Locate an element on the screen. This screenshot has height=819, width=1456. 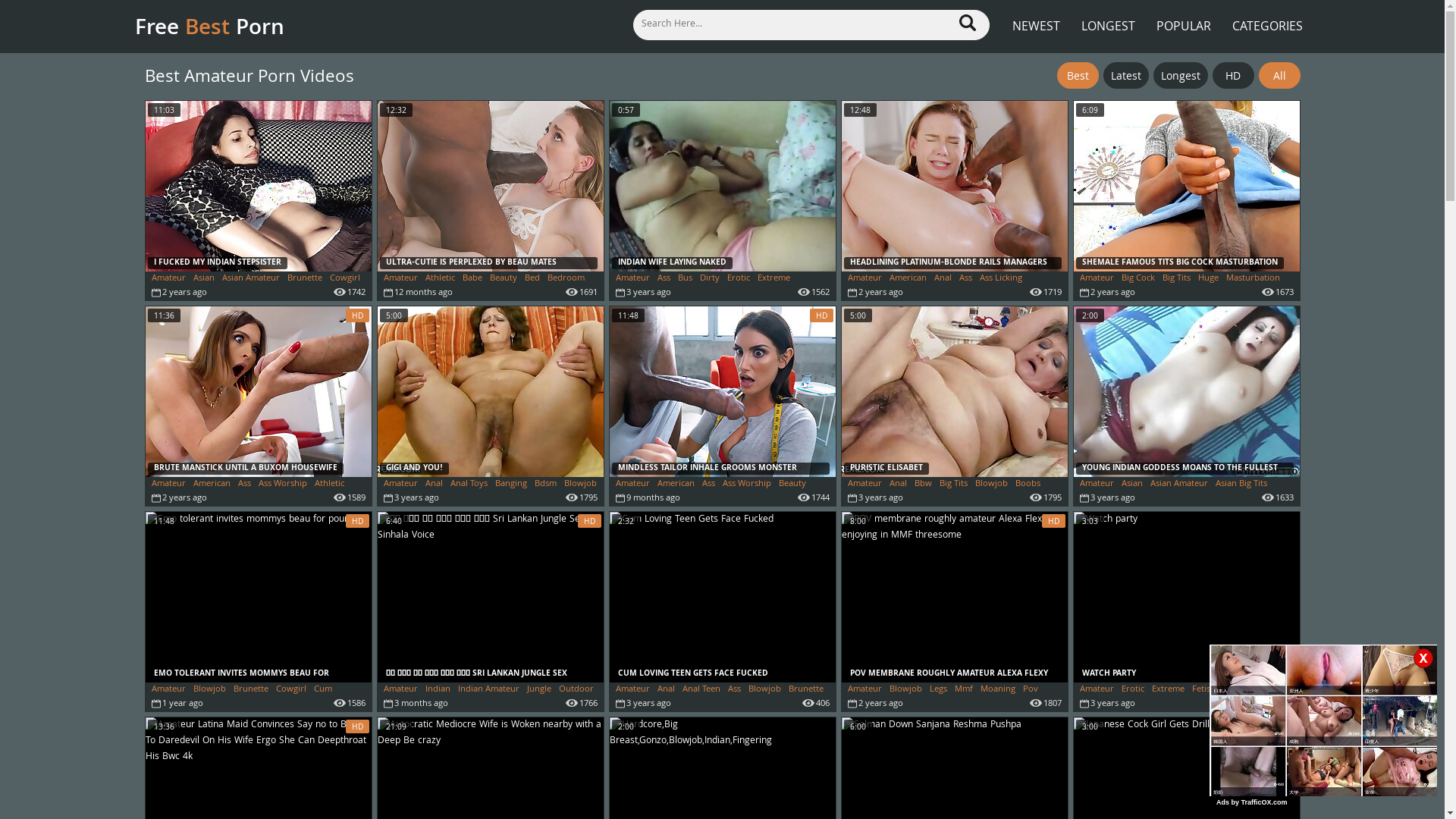
'Asian' is located at coordinates (202, 278).